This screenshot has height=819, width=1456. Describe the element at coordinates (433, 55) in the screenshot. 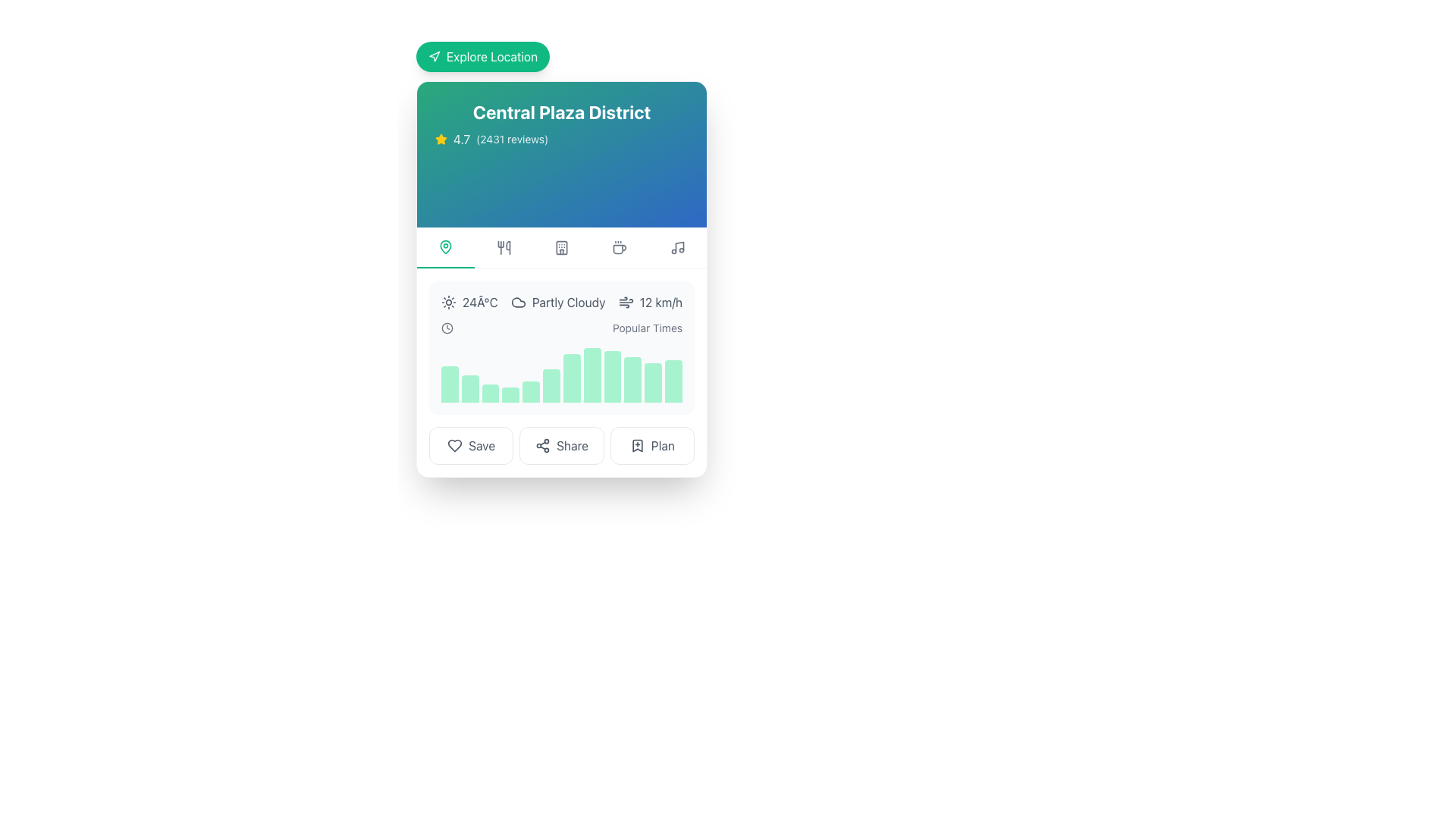

I see `the 'Explore Location' button, which contains a navigation icon located at the top-left of the card interface` at that location.